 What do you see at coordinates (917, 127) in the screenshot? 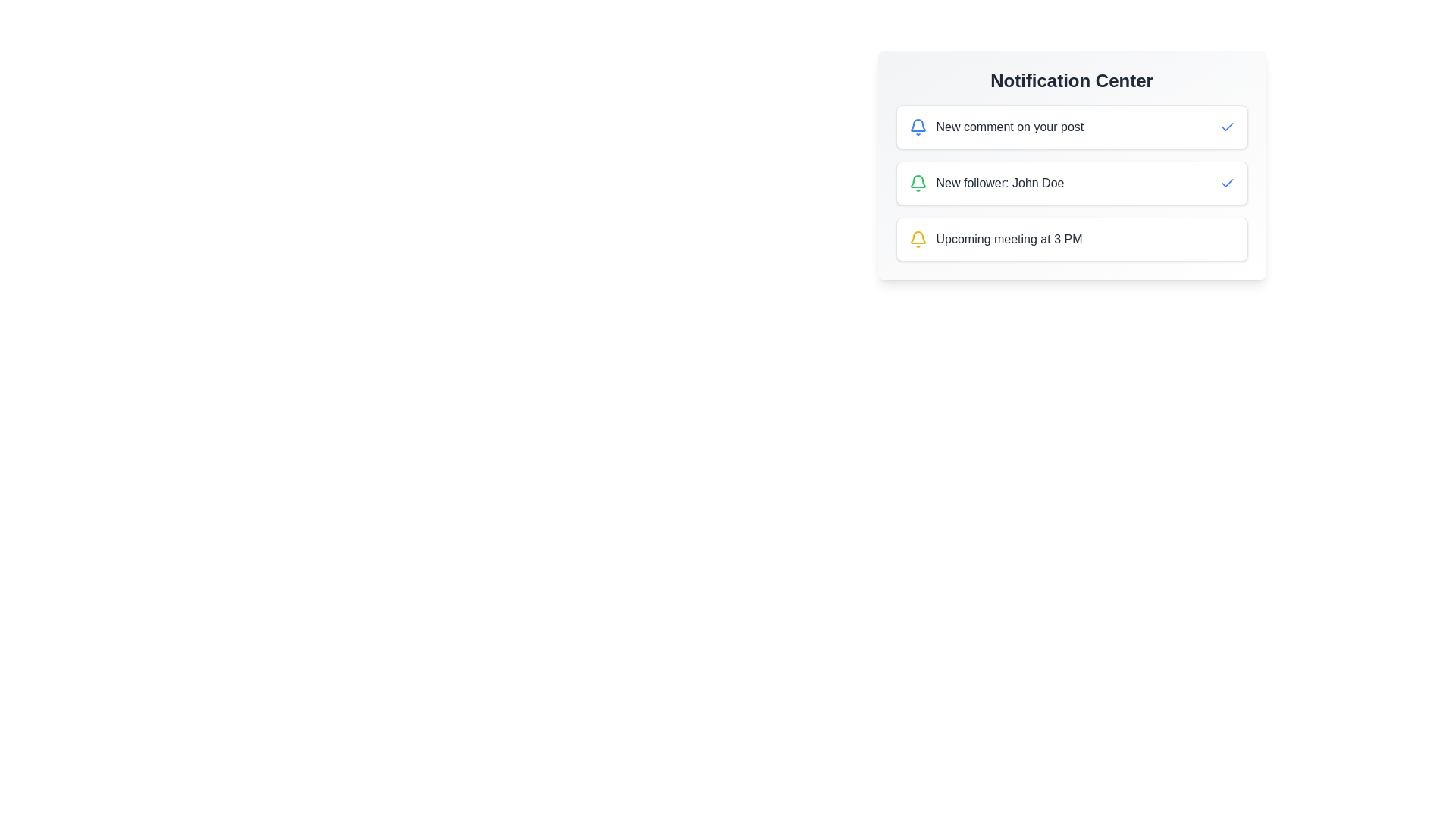
I see `the bell icon that represents a notification for 'New comment on your post', which is located to the far left of the first notification entry in the Notification Center` at bounding box center [917, 127].